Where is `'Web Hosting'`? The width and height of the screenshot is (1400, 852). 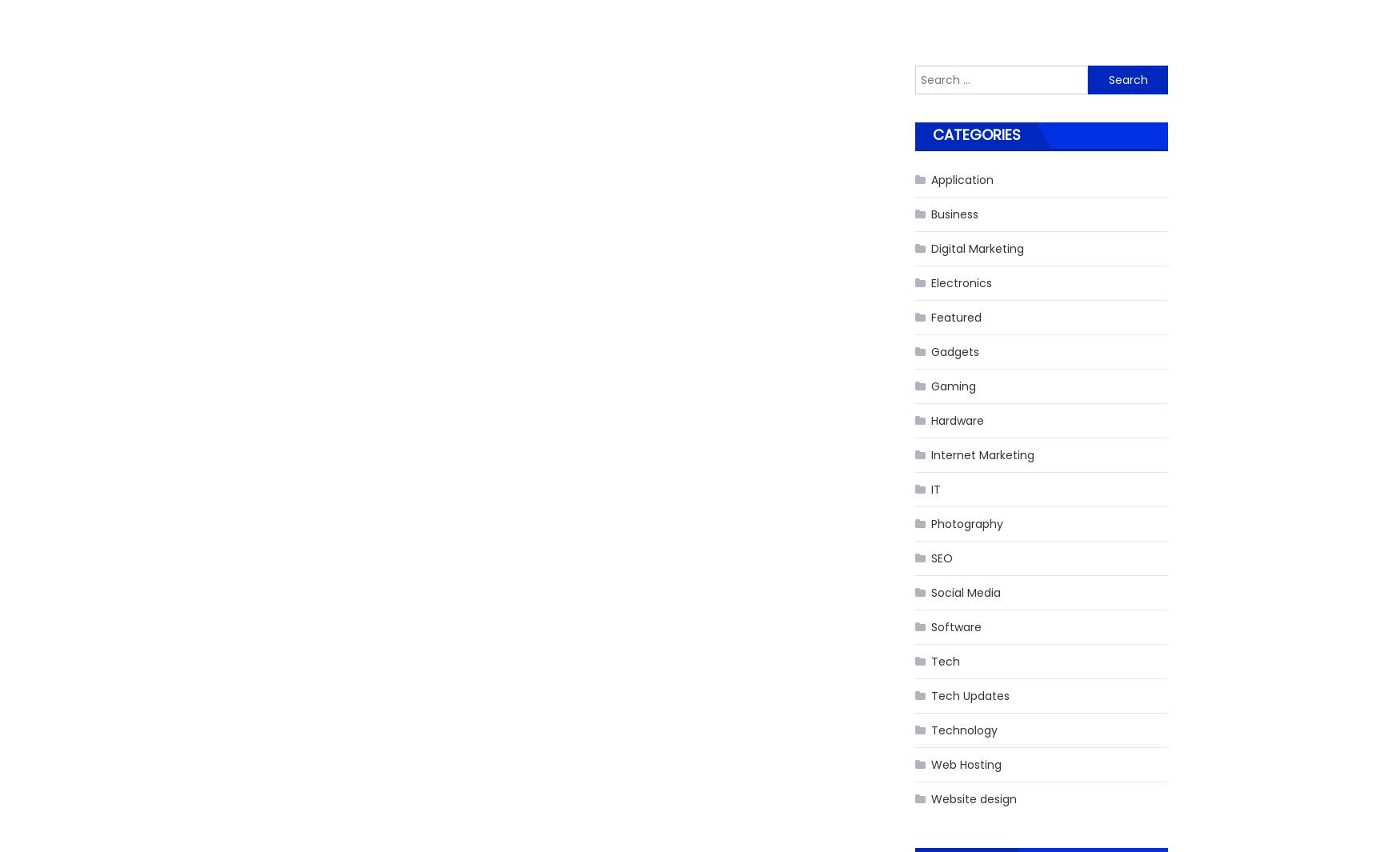
'Web Hosting' is located at coordinates (966, 763).